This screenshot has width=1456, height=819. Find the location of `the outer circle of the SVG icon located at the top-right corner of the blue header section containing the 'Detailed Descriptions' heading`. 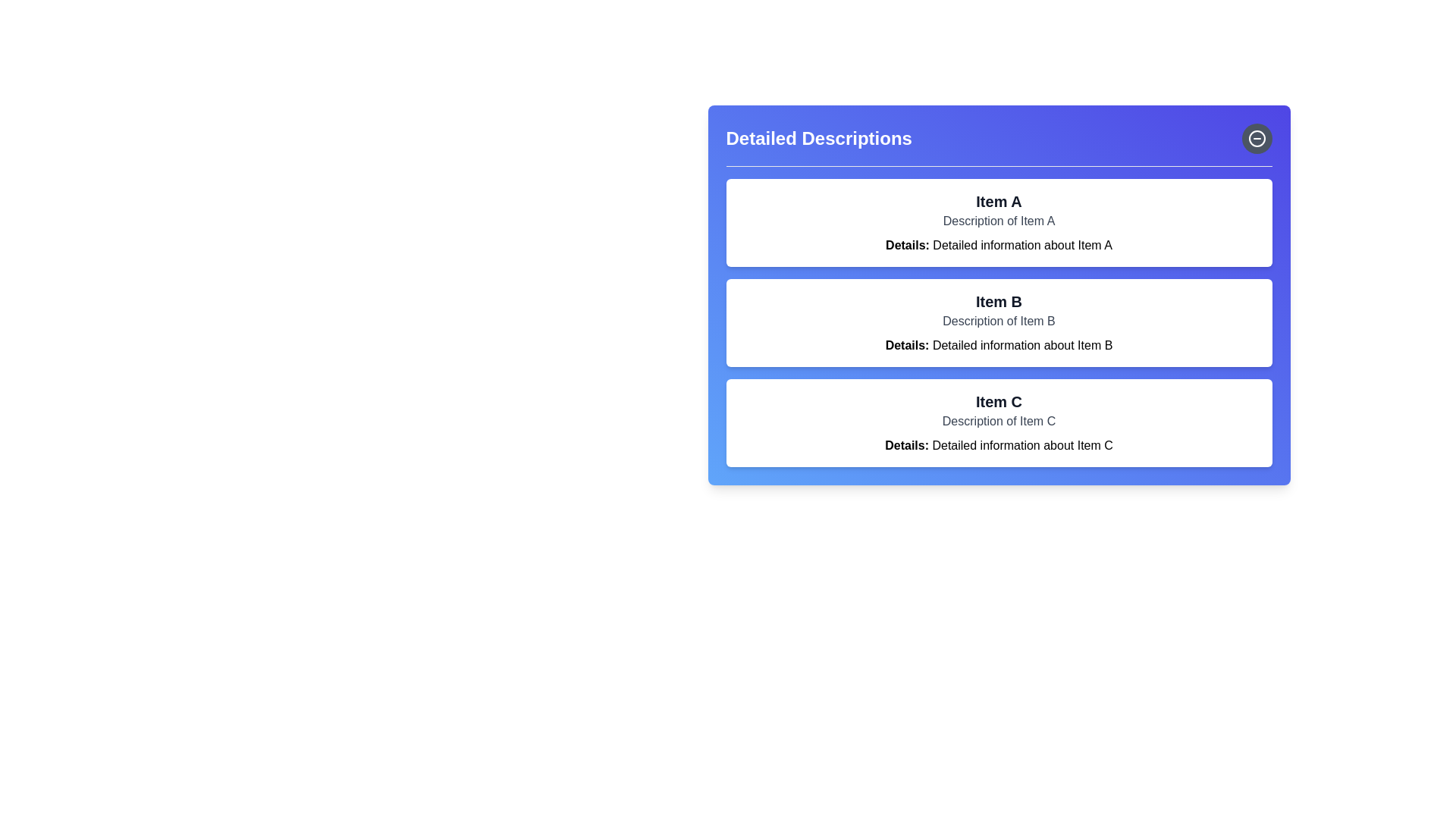

the outer circle of the SVG icon located at the top-right corner of the blue header section containing the 'Detailed Descriptions' heading is located at coordinates (1257, 138).